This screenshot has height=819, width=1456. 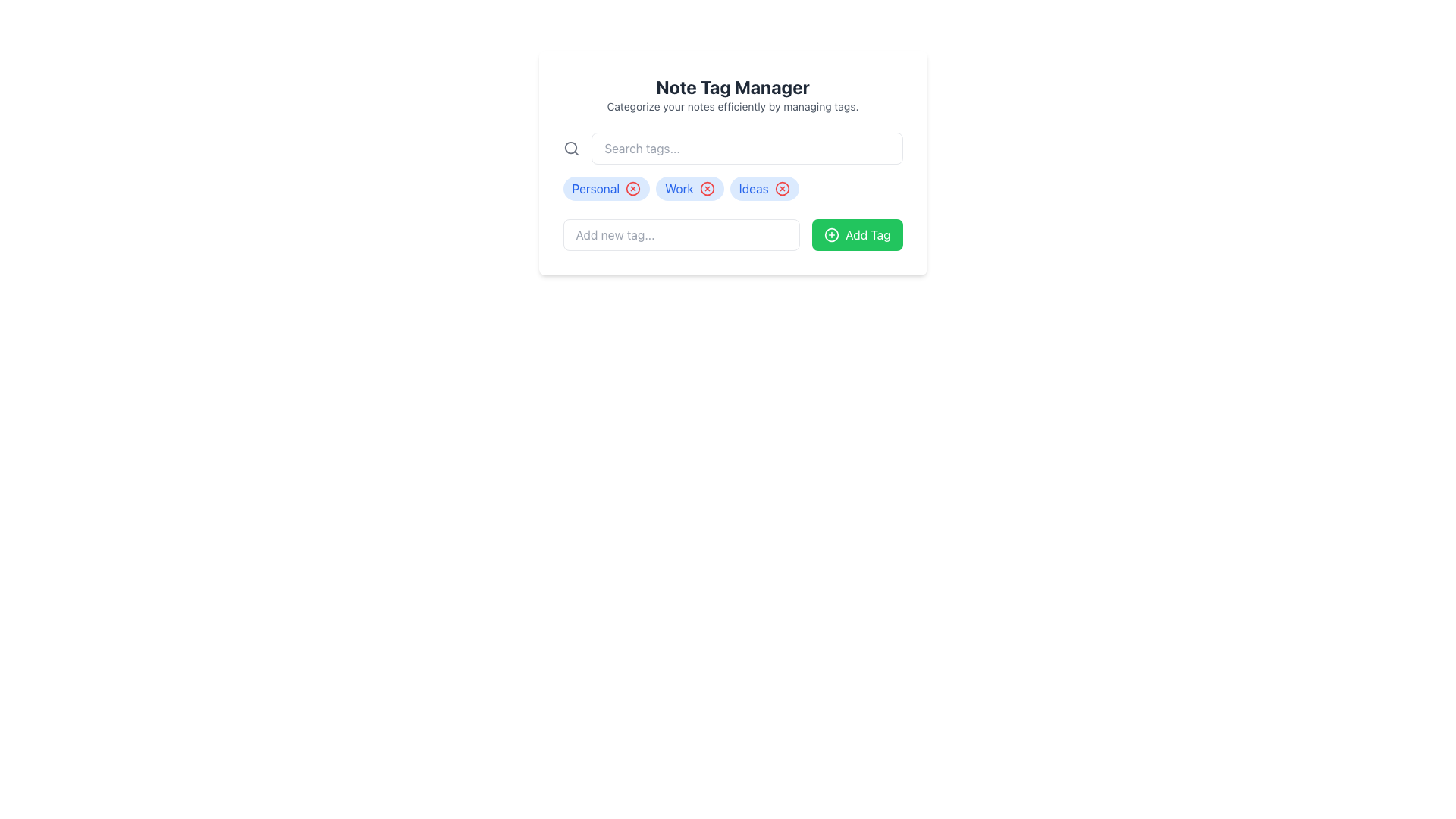 What do you see at coordinates (857, 234) in the screenshot?
I see `the button that adds a tag to the list, positioned to the right of the 'Add new tag...' input field` at bounding box center [857, 234].